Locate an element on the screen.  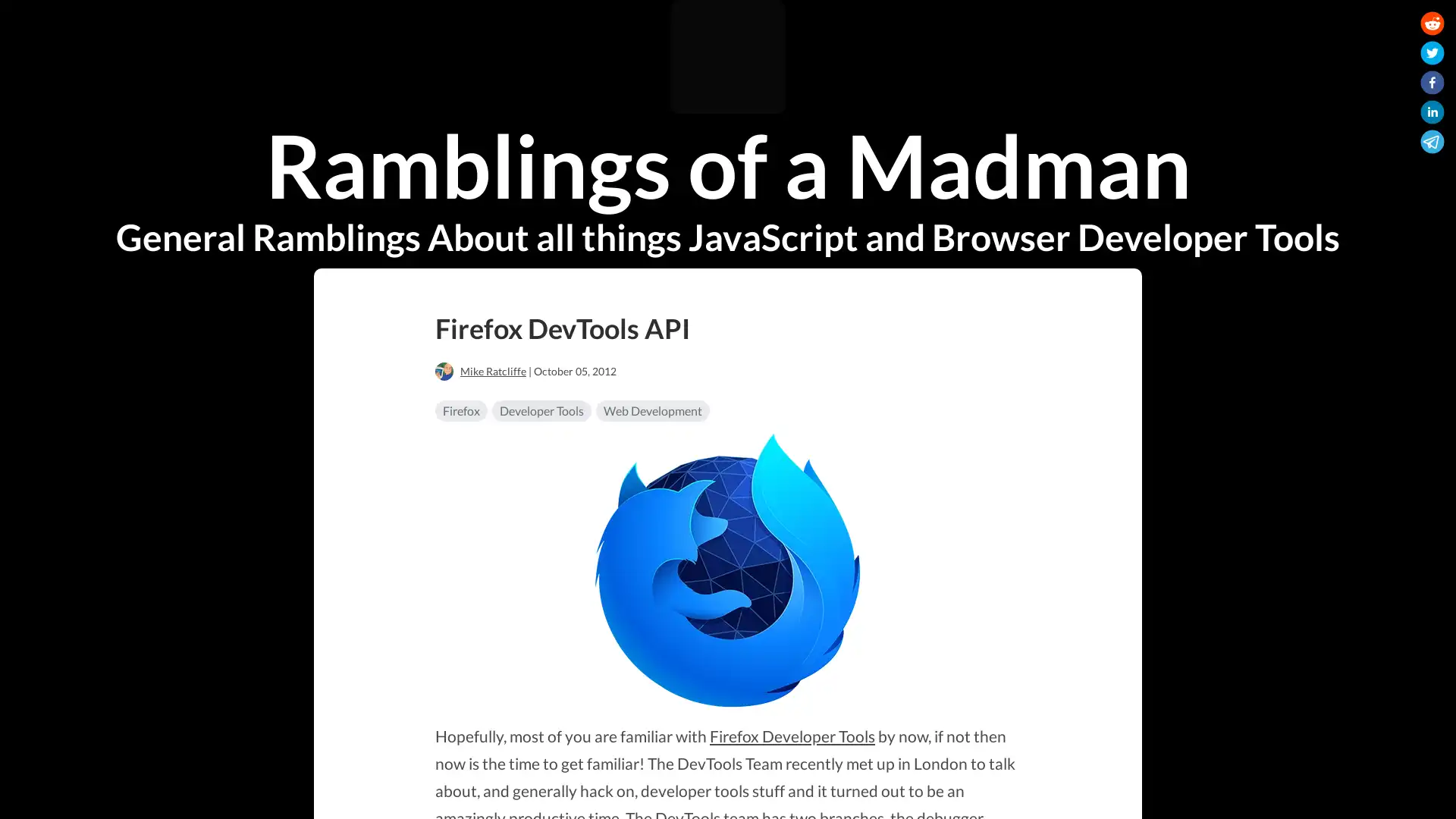
reddit is located at coordinates (1432, 26).